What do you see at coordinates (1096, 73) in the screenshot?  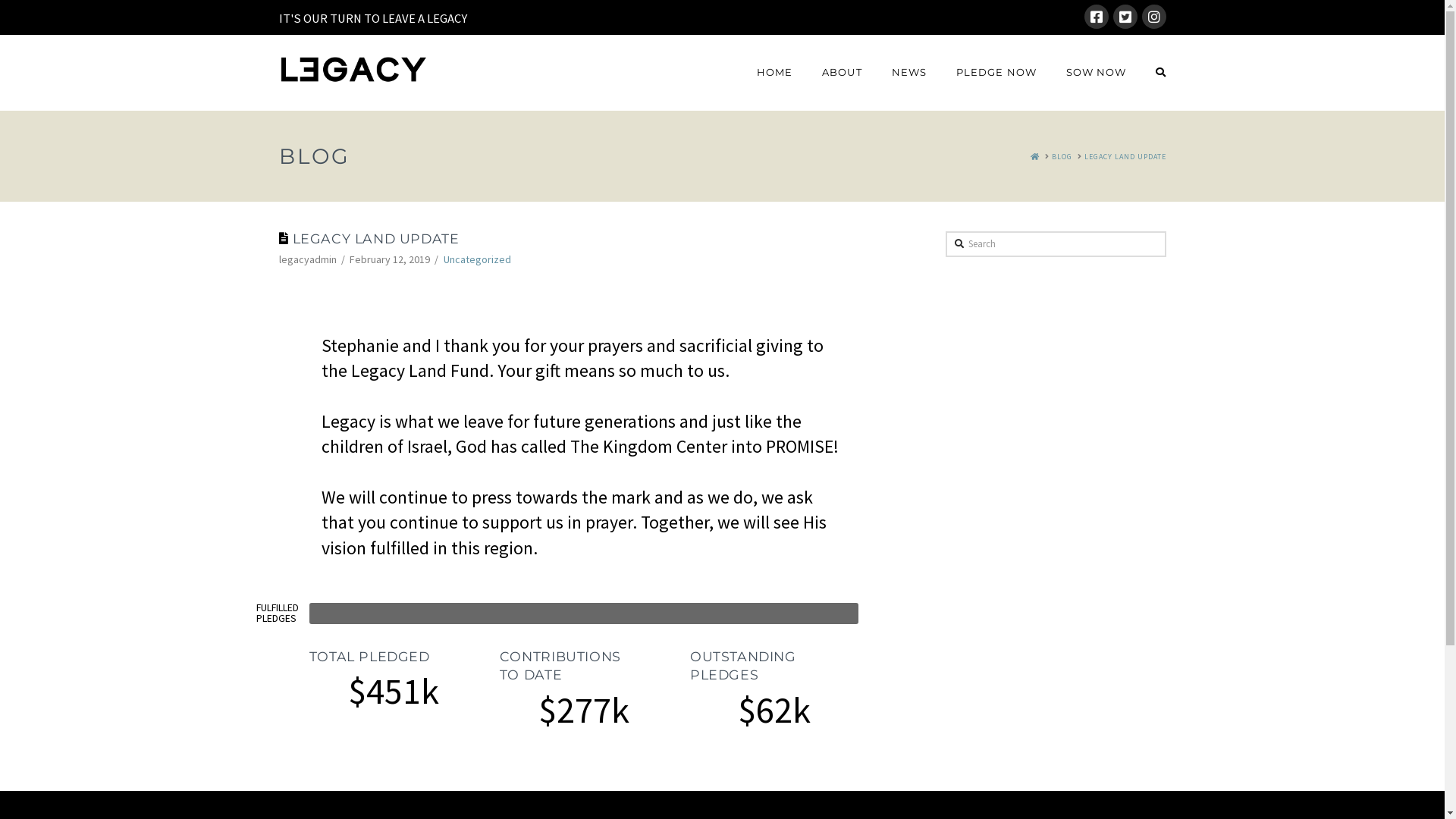 I see `'SOW NOW'` at bounding box center [1096, 73].